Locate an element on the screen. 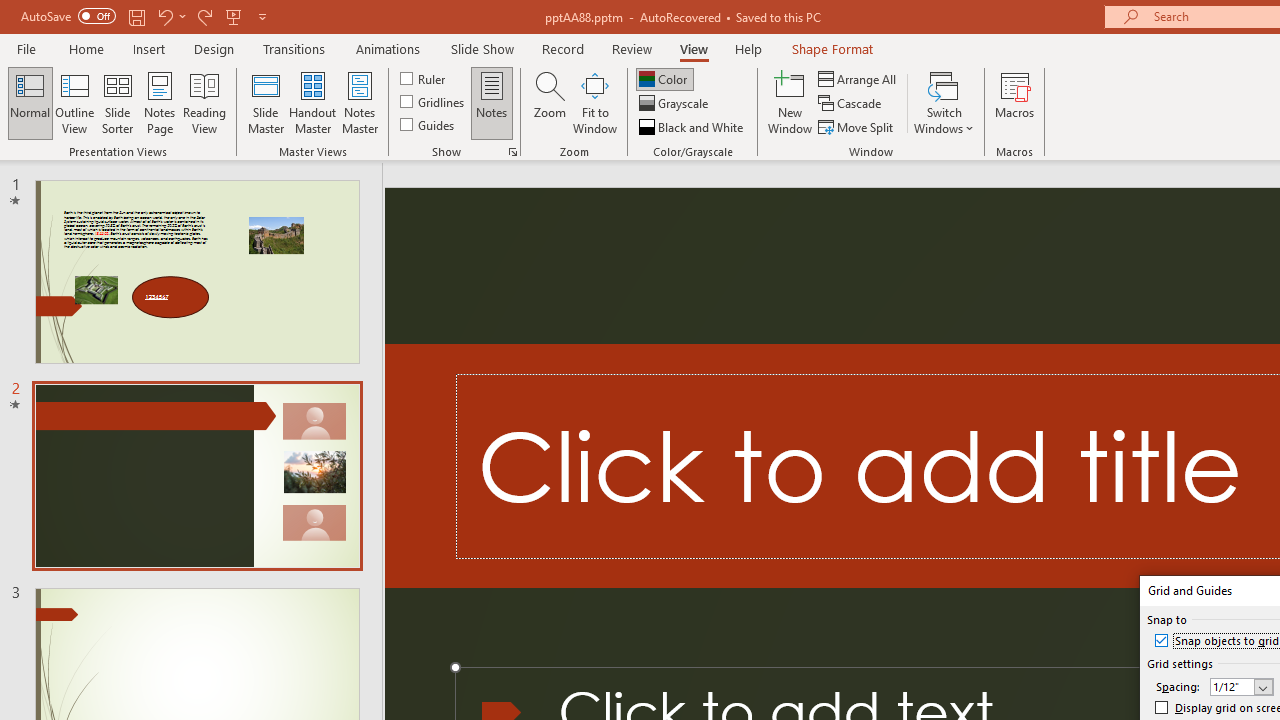 The width and height of the screenshot is (1280, 720). 'Zoom...' is located at coordinates (549, 103).